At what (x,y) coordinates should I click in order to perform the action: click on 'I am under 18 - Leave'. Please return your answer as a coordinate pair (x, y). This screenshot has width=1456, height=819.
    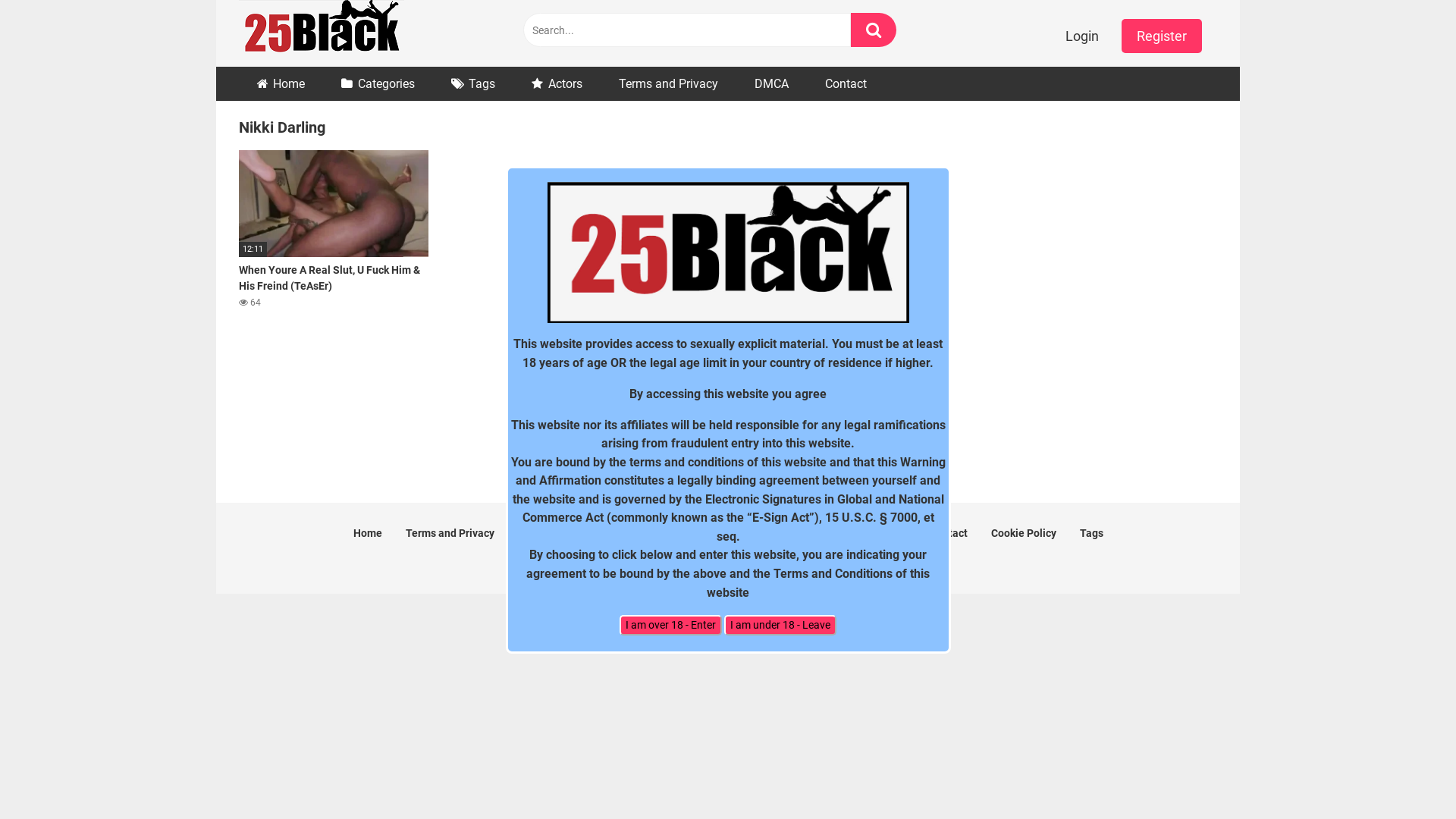
    Looking at the image, I should click on (780, 625).